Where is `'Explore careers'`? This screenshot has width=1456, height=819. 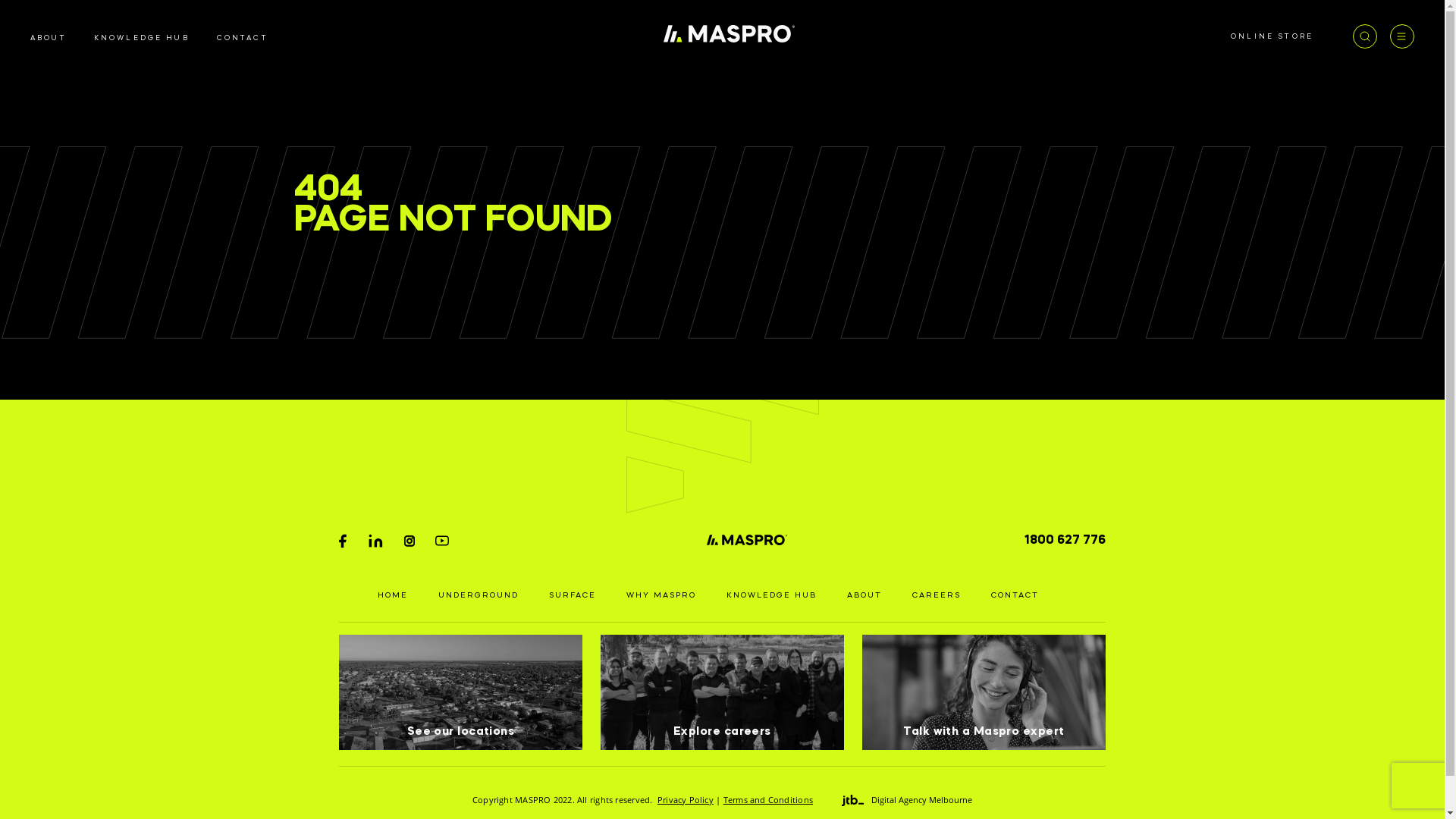
'Explore careers' is located at coordinates (721, 692).